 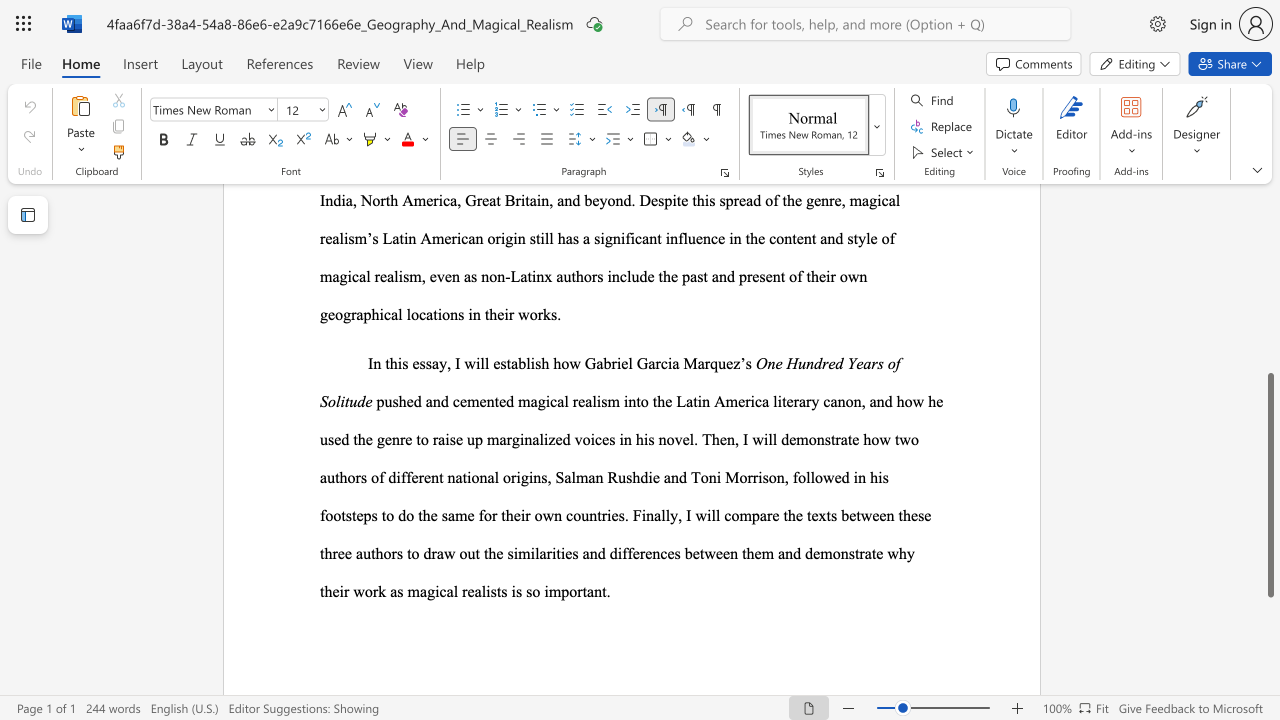 I want to click on the 5th character "i" in the text, so click(x=650, y=477).